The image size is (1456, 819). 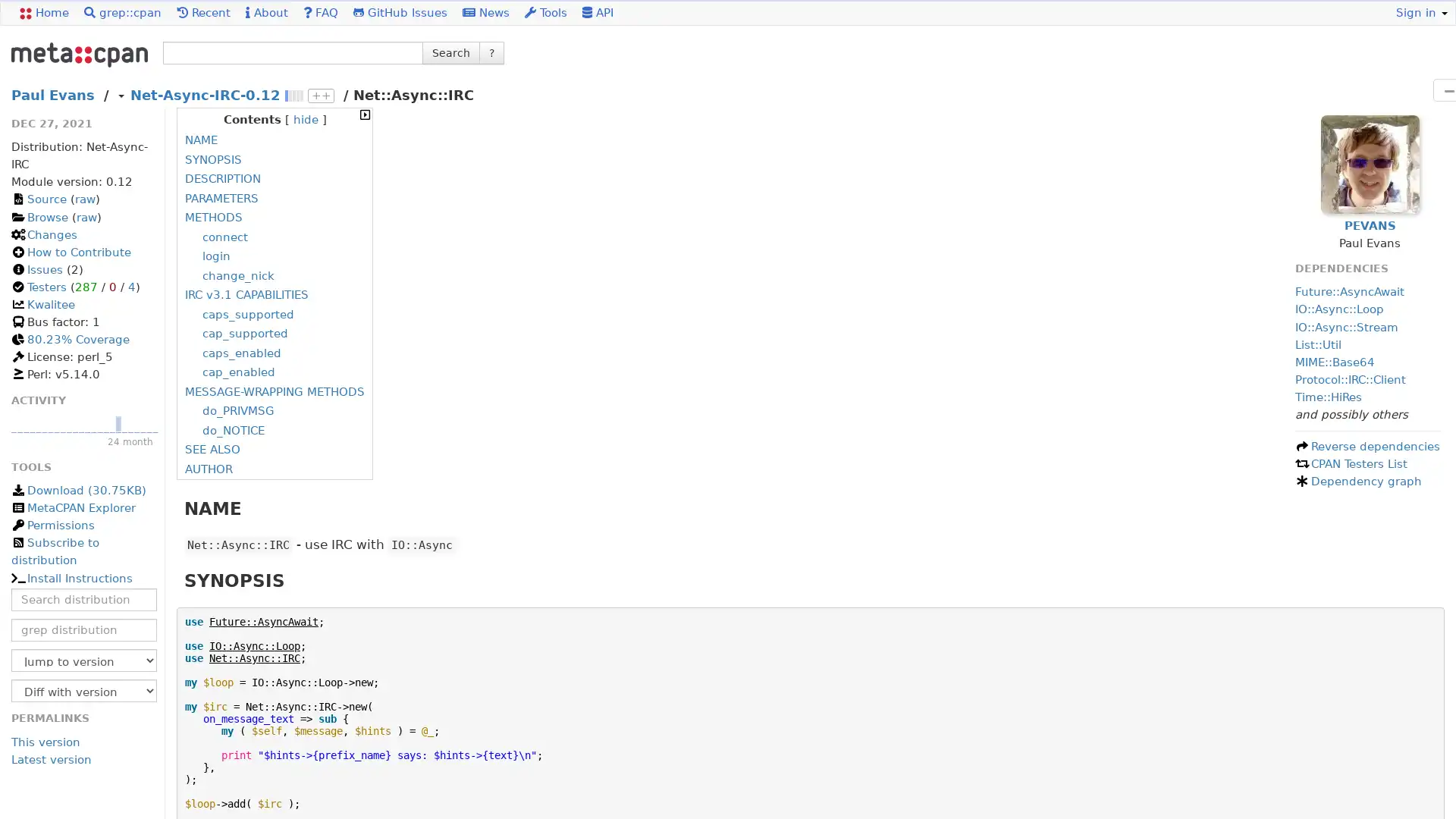 I want to click on ?, so click(x=491, y=52).